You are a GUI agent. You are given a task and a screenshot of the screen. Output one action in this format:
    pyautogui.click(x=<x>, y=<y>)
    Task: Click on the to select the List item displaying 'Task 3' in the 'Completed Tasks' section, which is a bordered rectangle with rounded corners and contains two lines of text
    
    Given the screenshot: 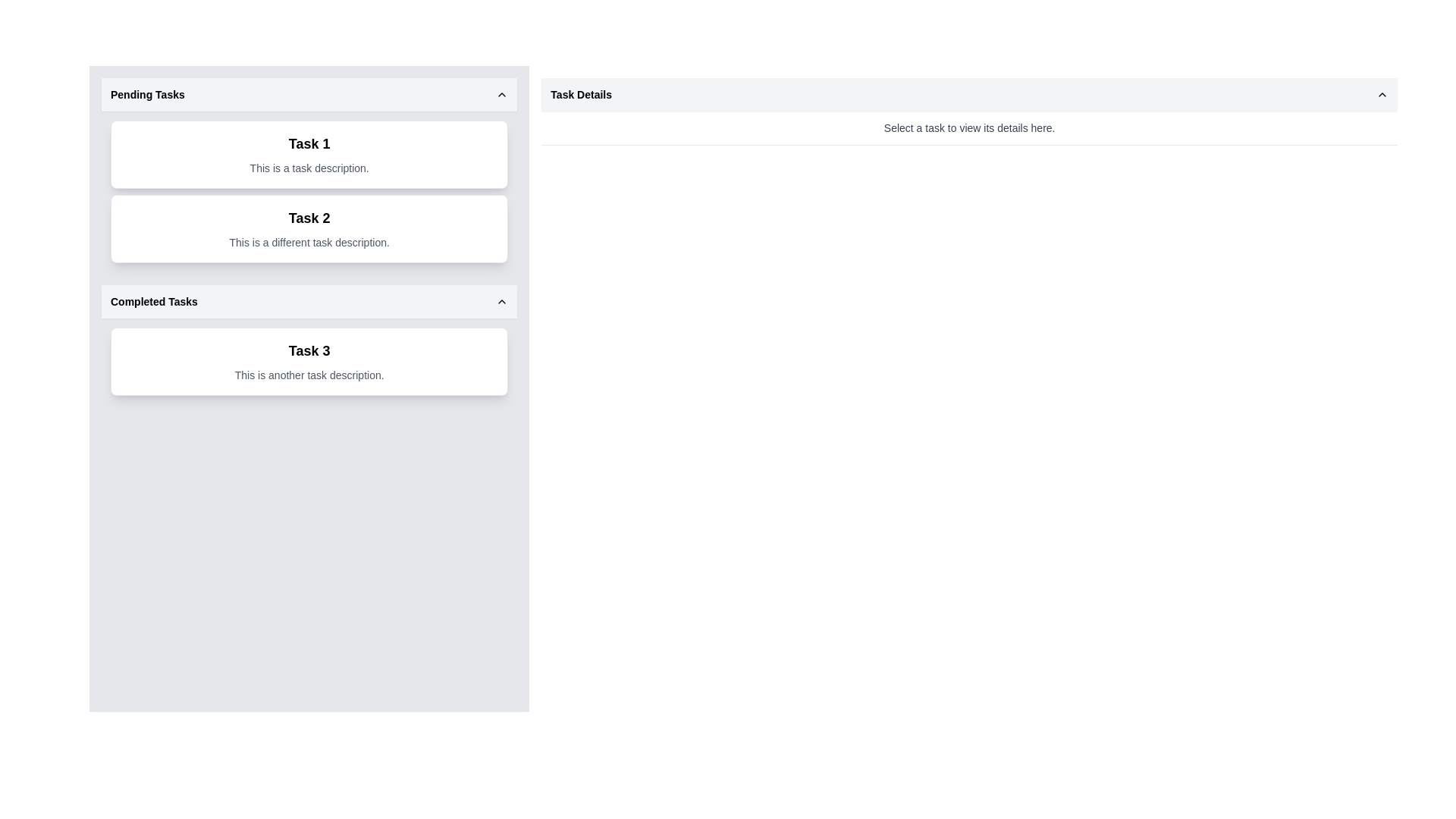 What is the action you would take?
    pyautogui.click(x=309, y=362)
    